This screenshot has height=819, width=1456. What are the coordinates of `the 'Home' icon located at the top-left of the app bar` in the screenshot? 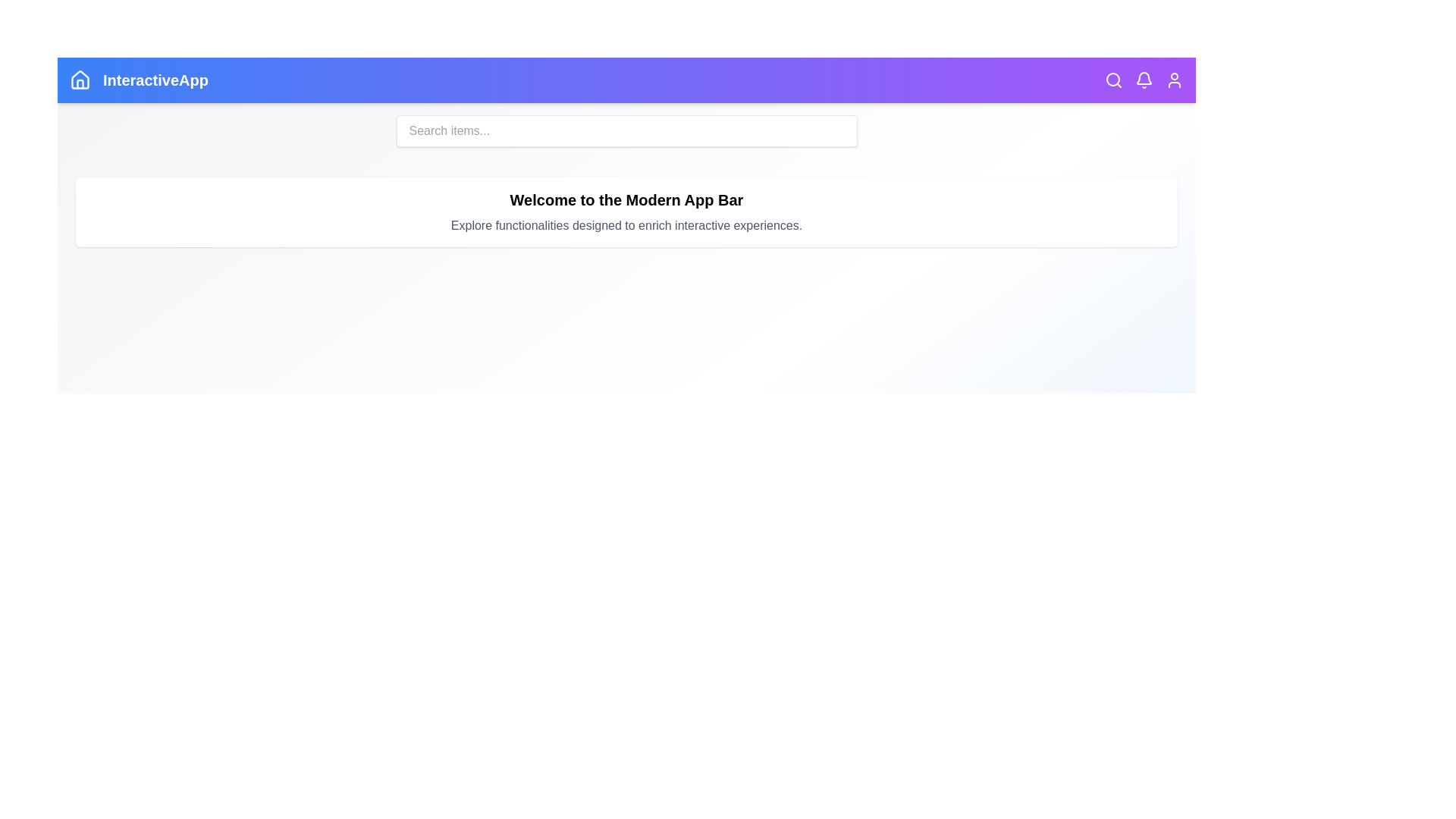 It's located at (79, 80).